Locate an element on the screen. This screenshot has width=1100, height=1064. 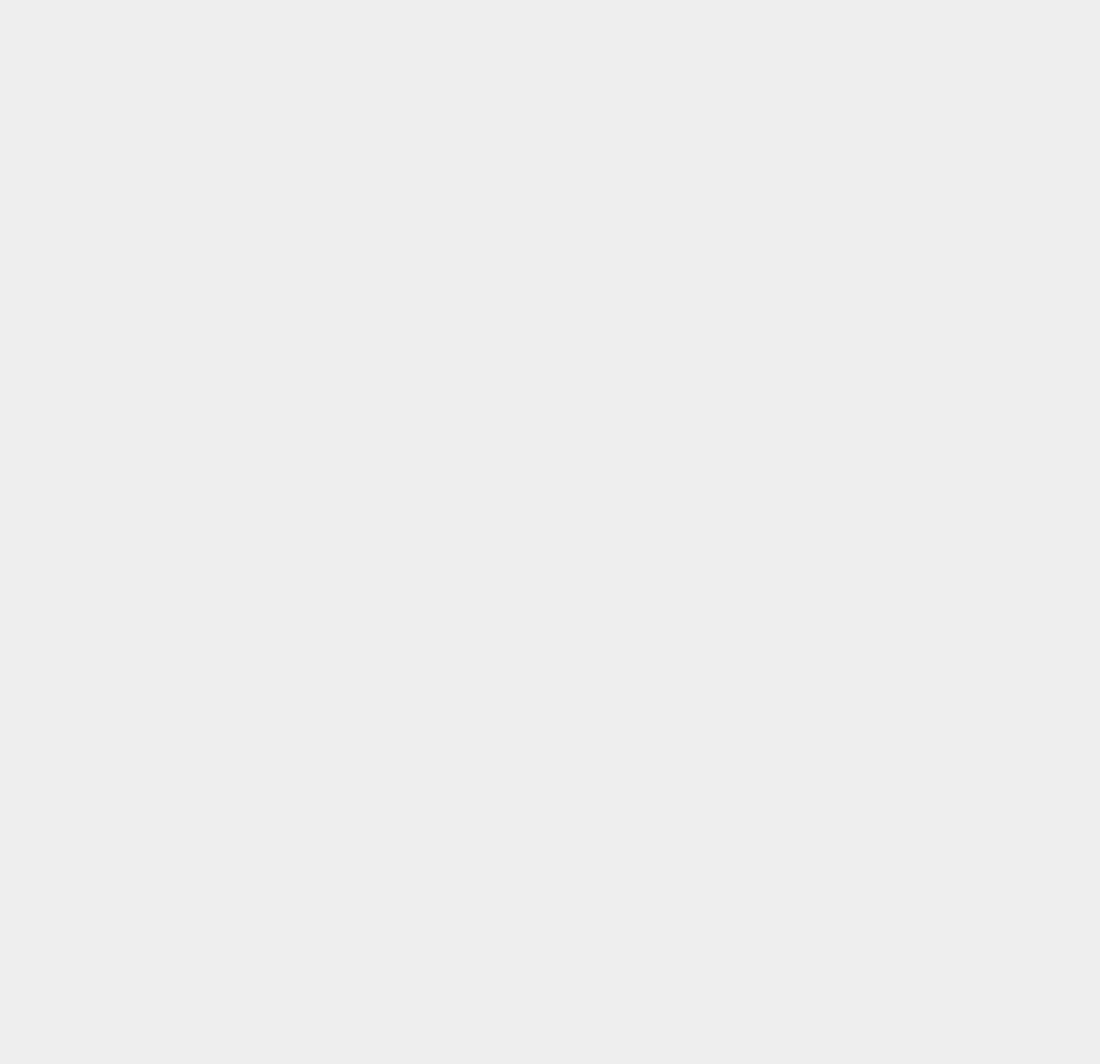
'PIPA' is located at coordinates (778, 860).